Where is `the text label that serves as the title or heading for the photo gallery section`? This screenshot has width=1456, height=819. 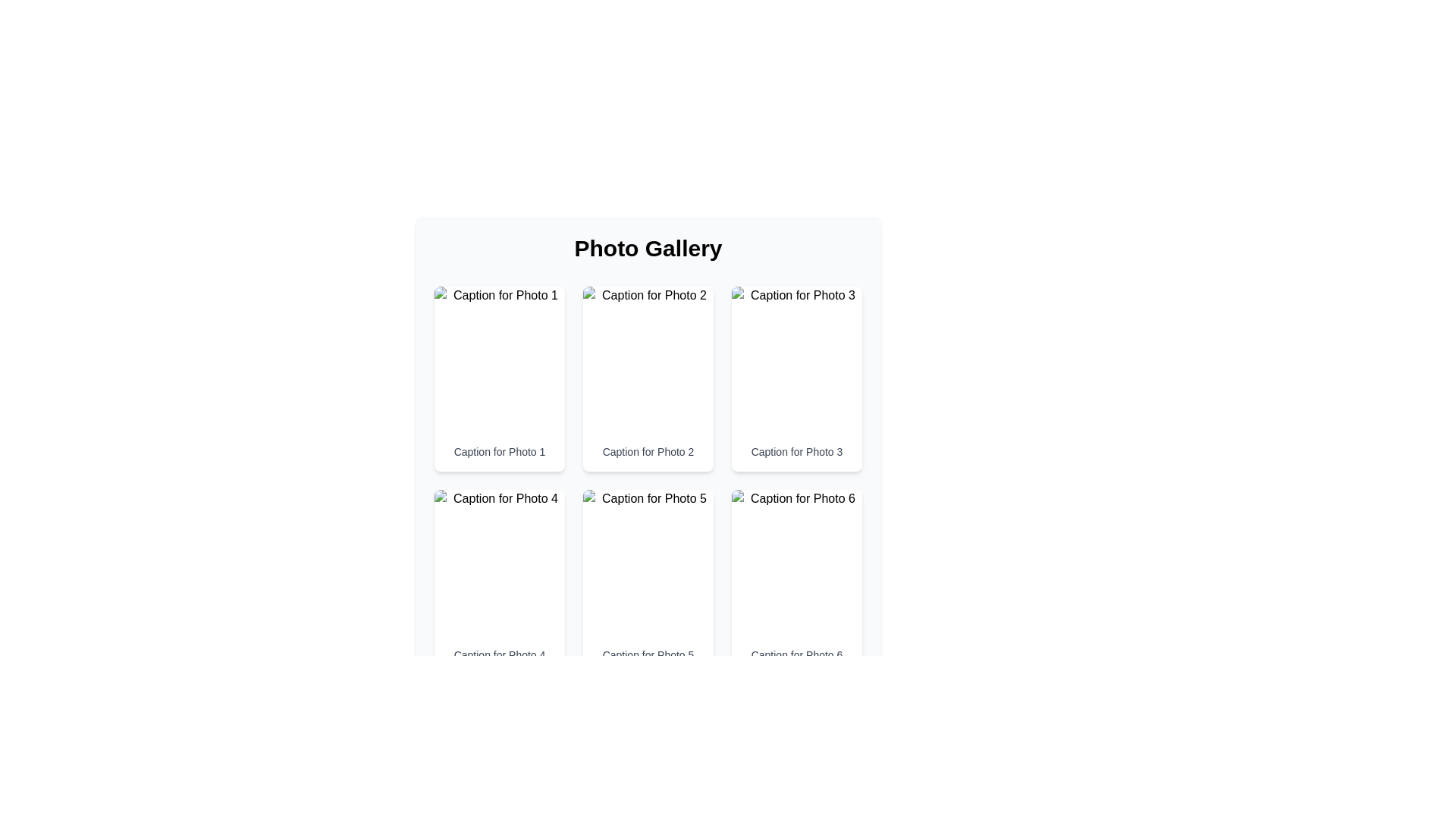 the text label that serves as the title or heading for the photo gallery section is located at coordinates (648, 247).